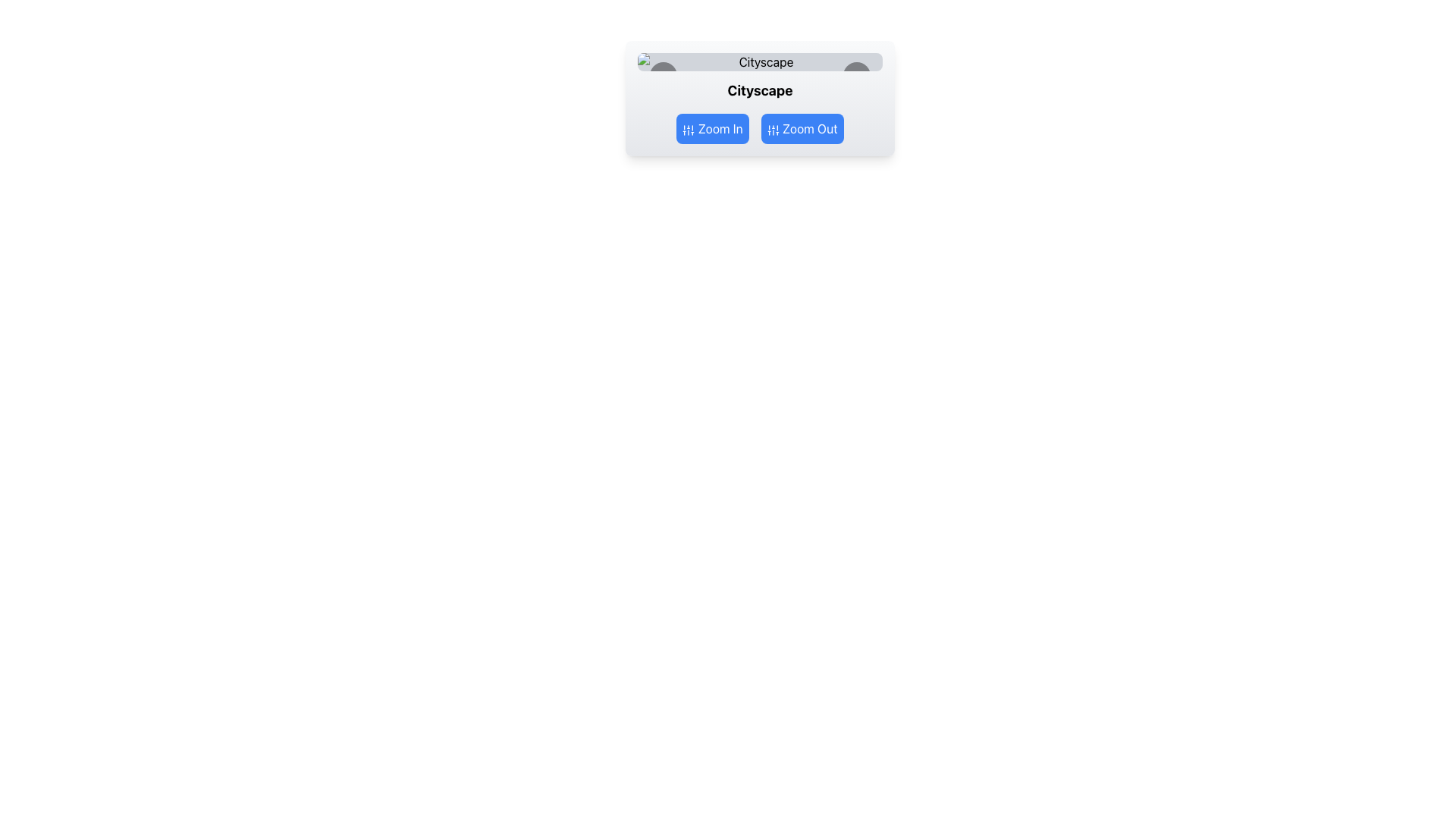 The image size is (1456, 819). What do you see at coordinates (663, 76) in the screenshot?
I see `the left-pointing chevron icon located at the top-left corner of the interface, which is part of a navigational control` at bounding box center [663, 76].